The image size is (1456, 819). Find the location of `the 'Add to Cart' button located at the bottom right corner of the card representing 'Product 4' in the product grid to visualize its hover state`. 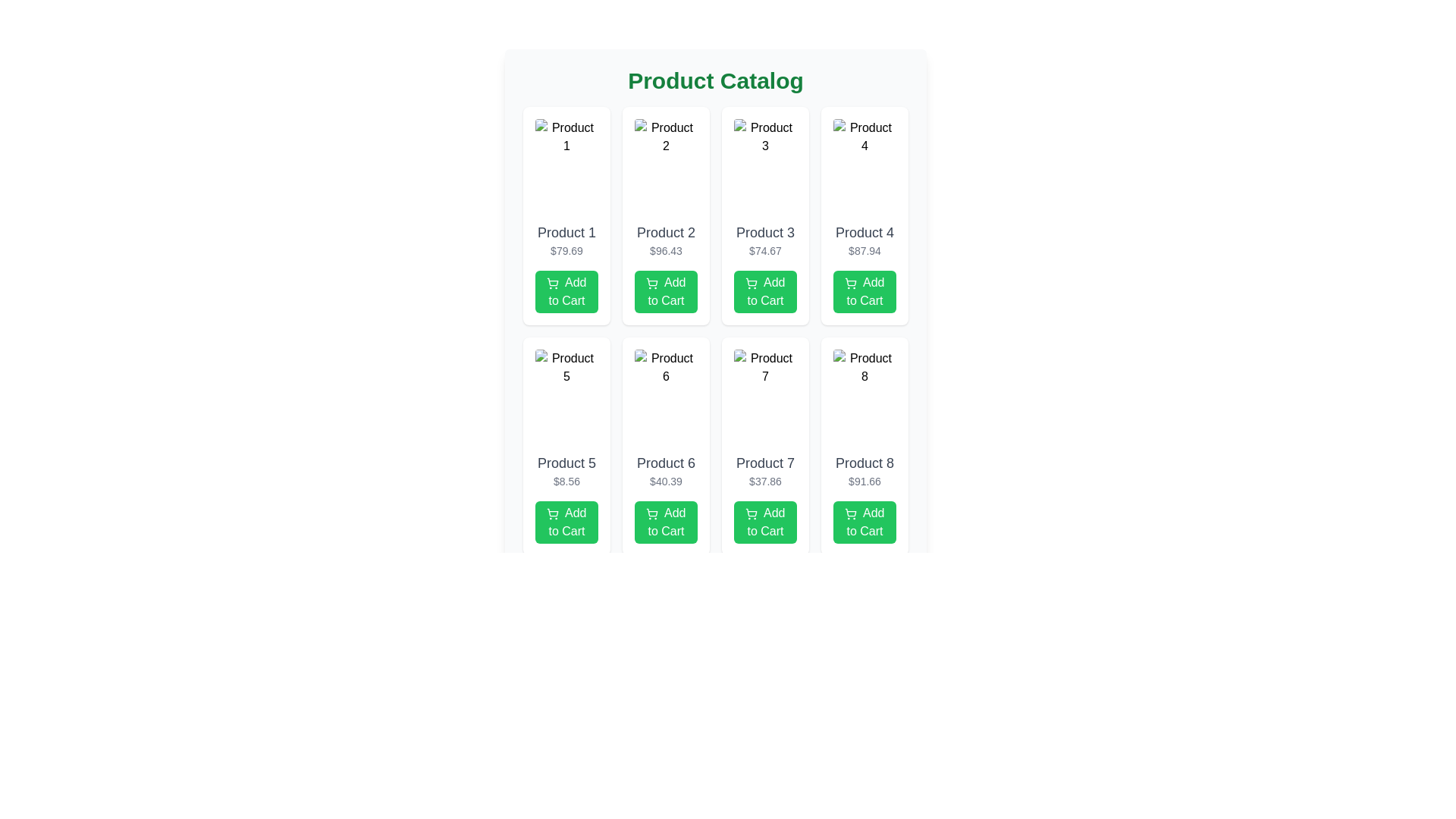

the 'Add to Cart' button located at the bottom right corner of the card representing 'Product 4' in the product grid to visualize its hover state is located at coordinates (864, 292).